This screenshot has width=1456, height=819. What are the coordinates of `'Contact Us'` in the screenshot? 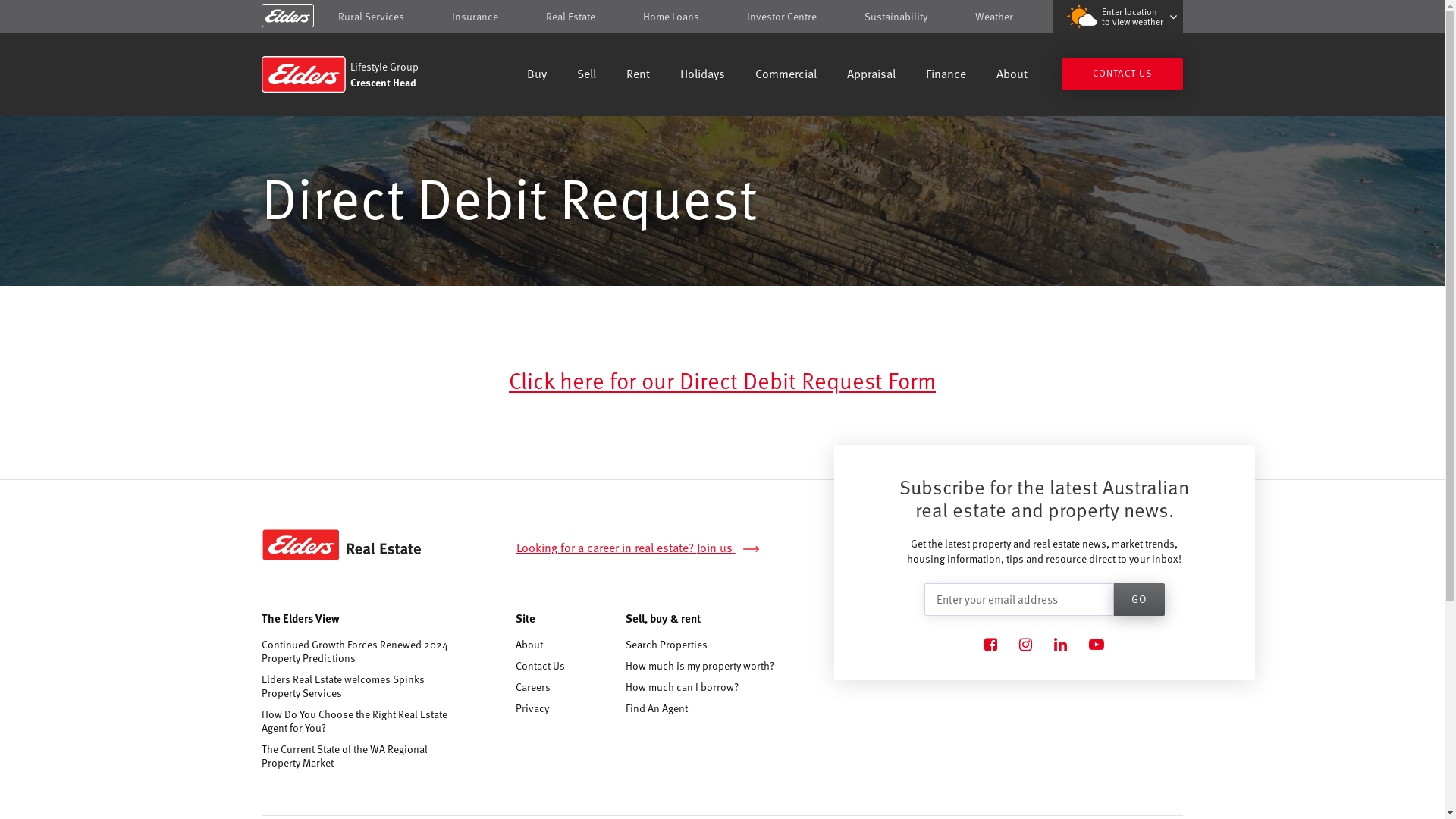 It's located at (540, 664).